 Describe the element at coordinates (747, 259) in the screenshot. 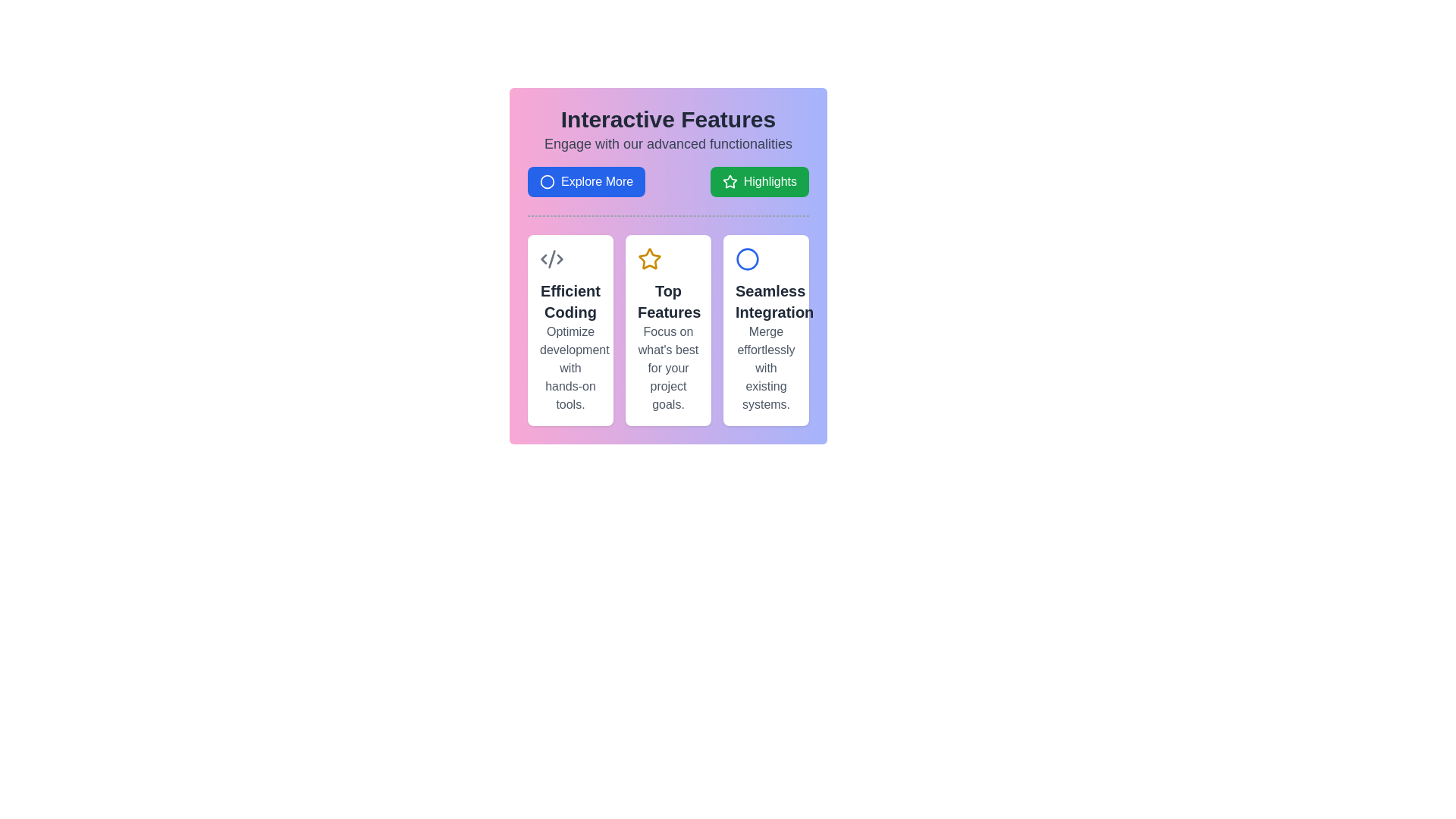

I see `the decorative icon that complements the 'Seamless Integration' card, which is located at the top section of the third card from the left` at that location.